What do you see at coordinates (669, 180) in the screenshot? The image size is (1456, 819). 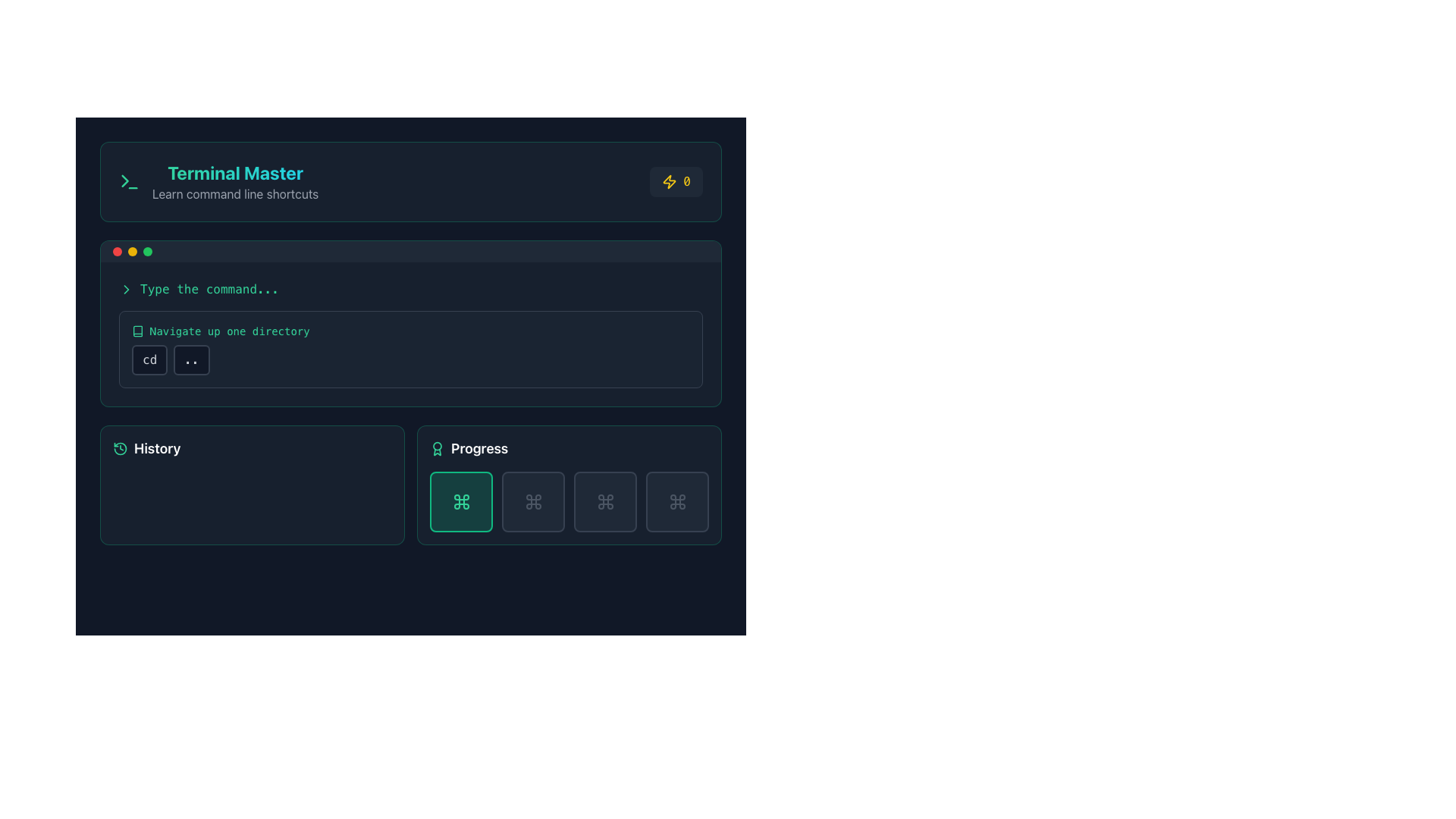 I see `the stylized yellow lightning bolt icon located in the top-right corner of the interface, which is positioned to the left of the numerical indicator '0'` at bounding box center [669, 180].